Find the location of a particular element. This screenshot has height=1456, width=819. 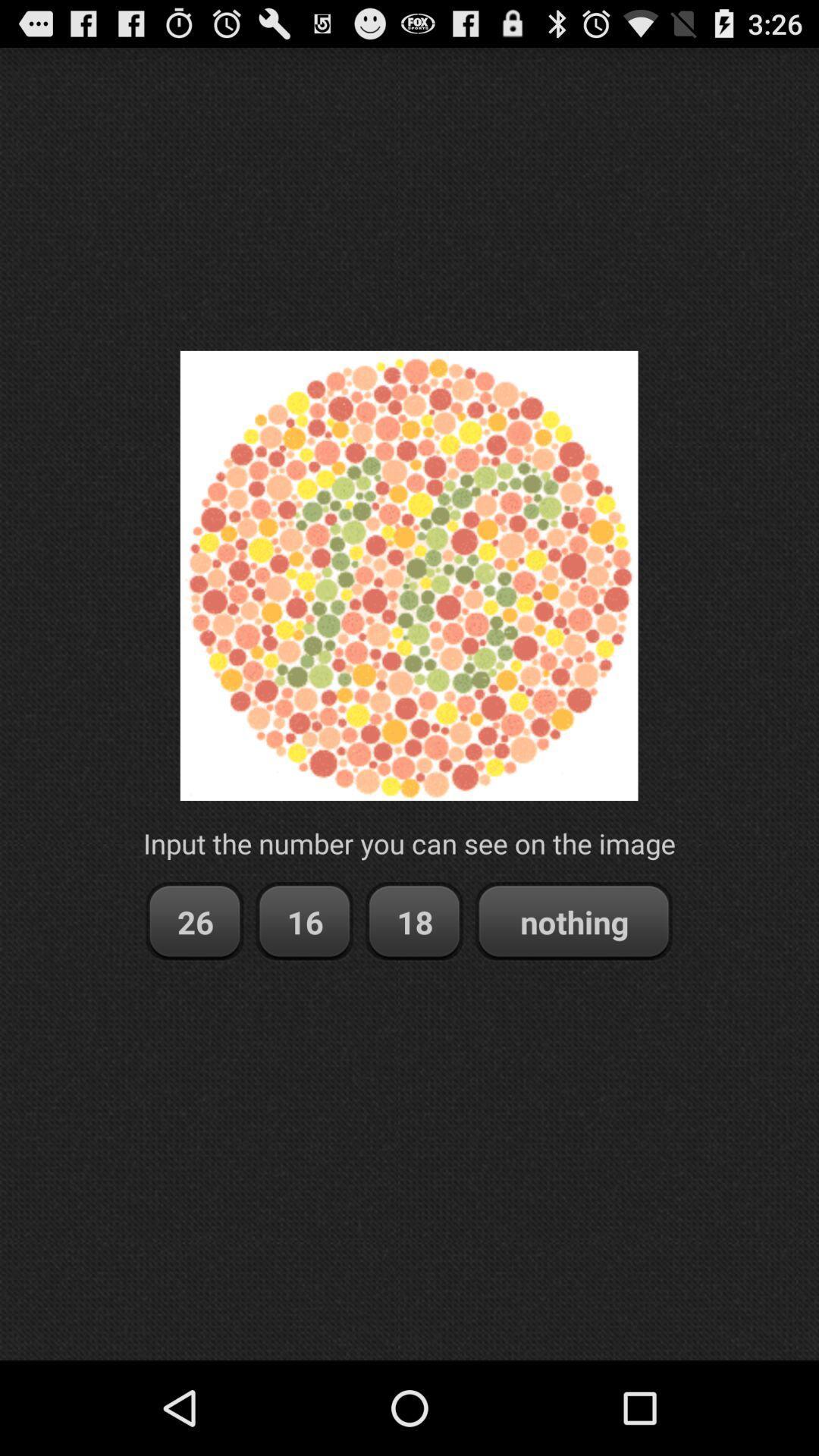

16 is located at coordinates (304, 921).